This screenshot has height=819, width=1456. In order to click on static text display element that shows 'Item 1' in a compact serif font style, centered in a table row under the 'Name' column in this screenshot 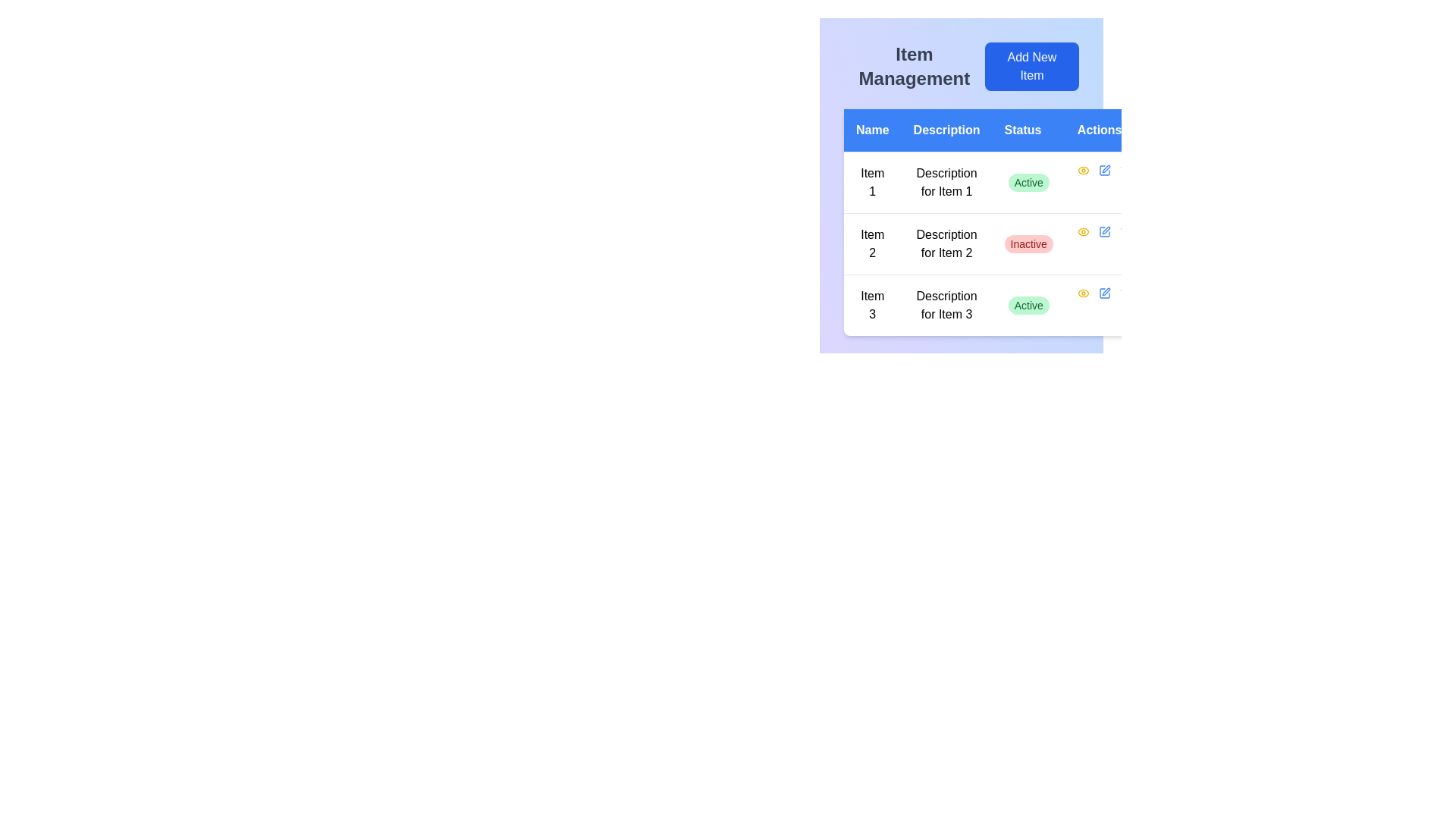, I will do `click(872, 181)`.